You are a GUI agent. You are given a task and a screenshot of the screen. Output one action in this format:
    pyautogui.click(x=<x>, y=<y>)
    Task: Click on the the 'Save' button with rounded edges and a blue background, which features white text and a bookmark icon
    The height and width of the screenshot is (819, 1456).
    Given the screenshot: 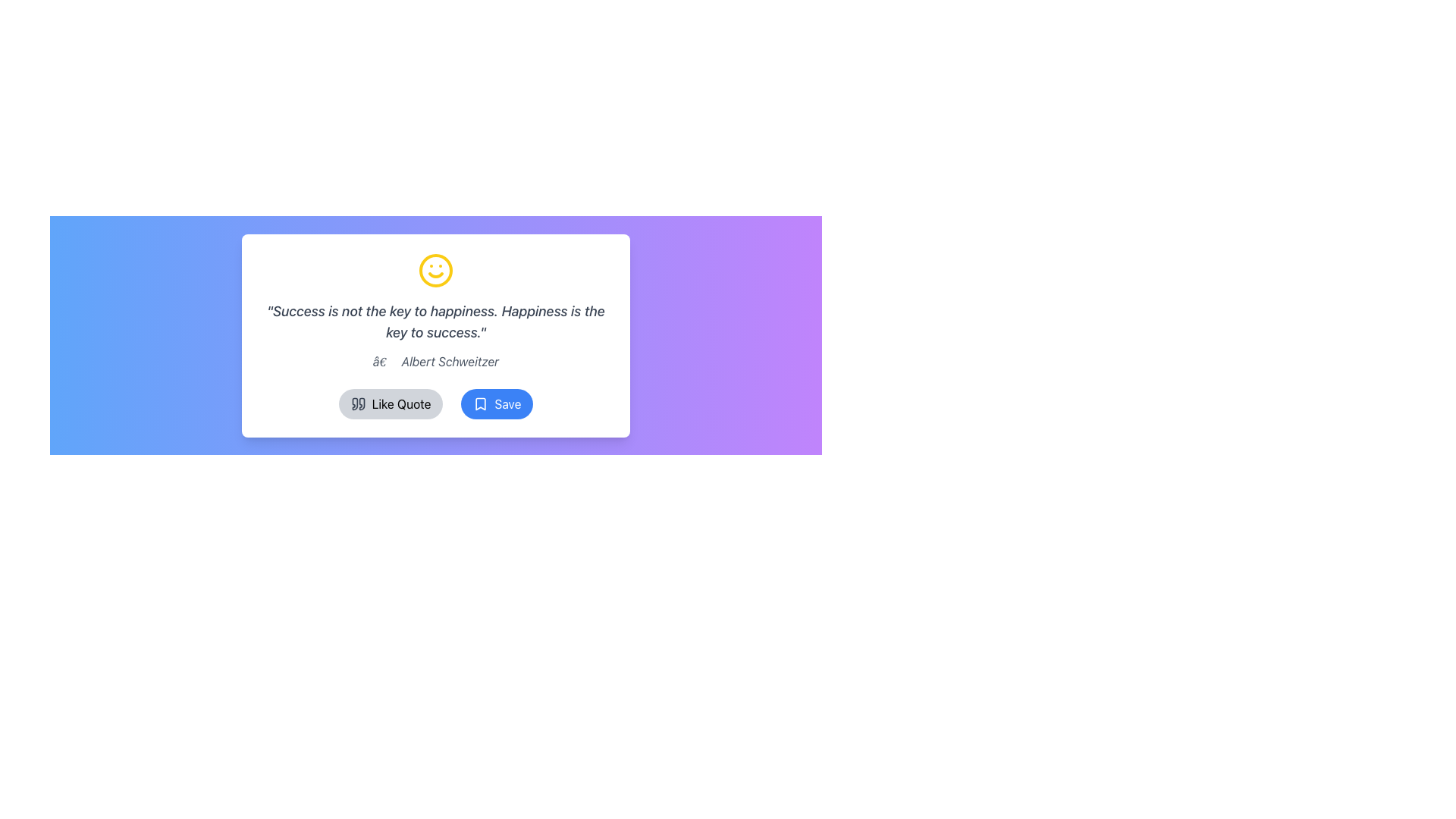 What is the action you would take?
    pyautogui.click(x=497, y=403)
    